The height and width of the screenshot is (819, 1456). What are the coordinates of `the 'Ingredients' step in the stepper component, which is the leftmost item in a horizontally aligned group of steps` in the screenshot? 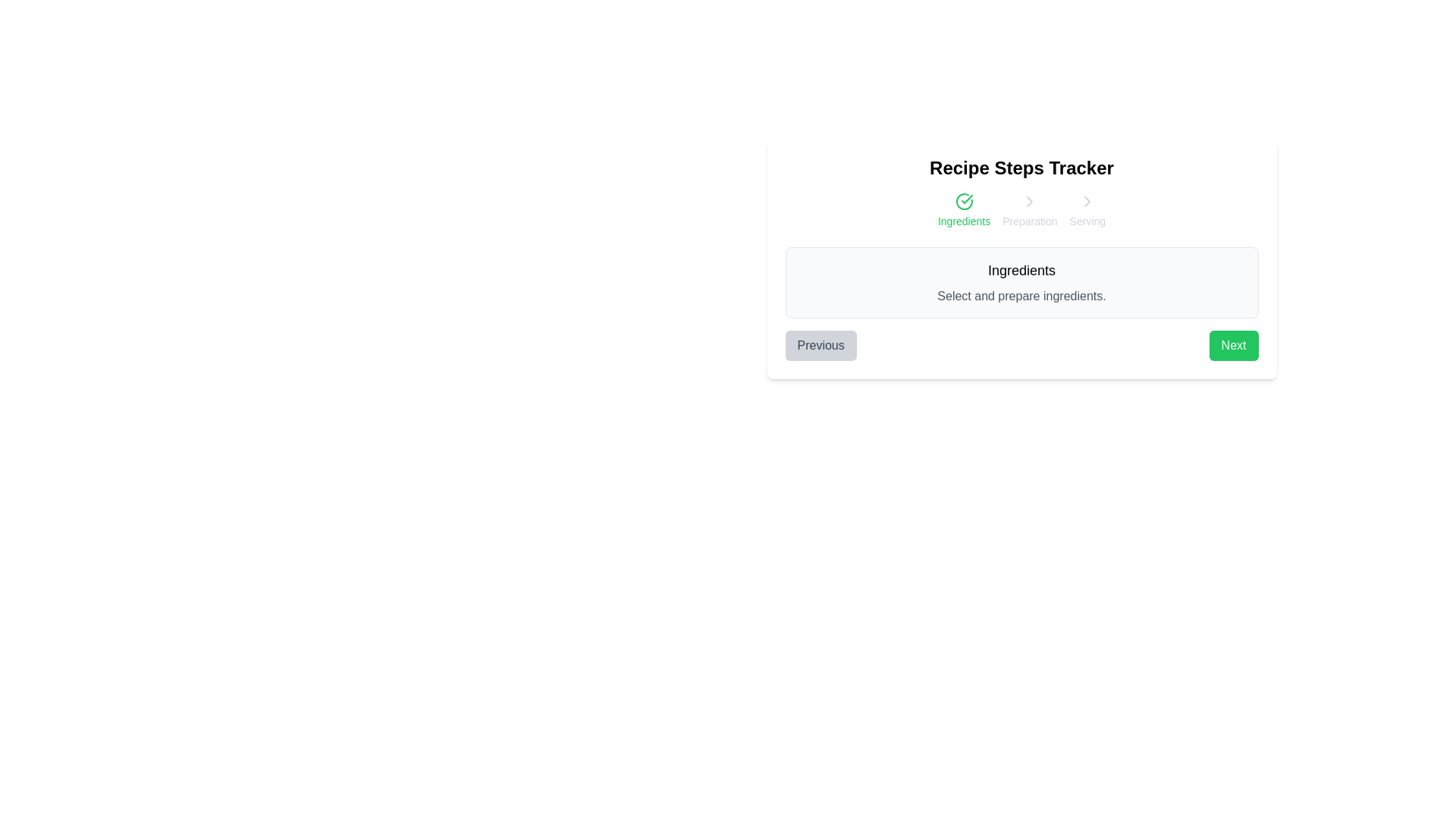 It's located at (963, 210).